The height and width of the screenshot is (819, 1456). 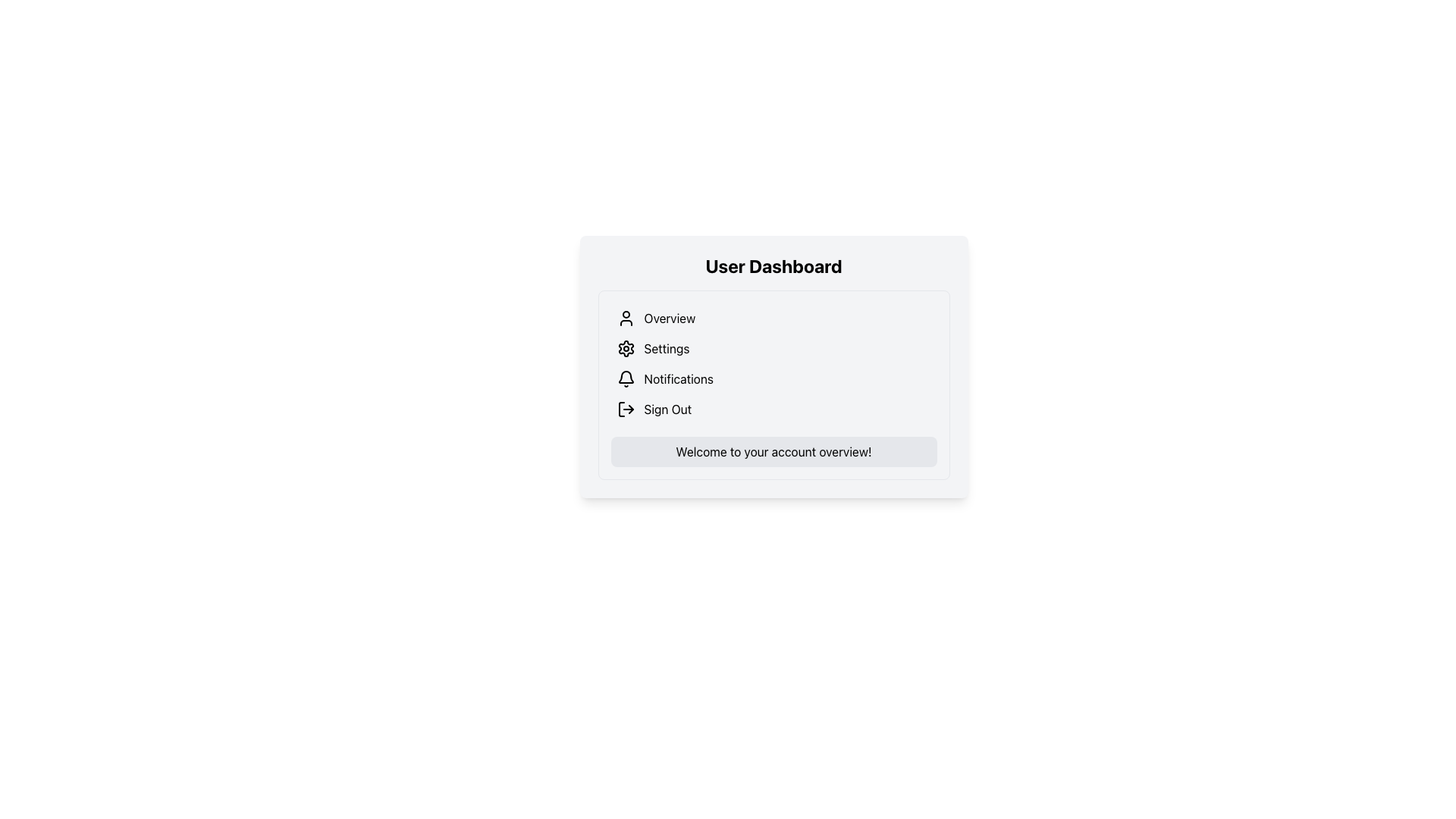 What do you see at coordinates (773, 451) in the screenshot?
I see `static text that welcomes the user and introduces the account overview section, located at the bottom of the 'User Dashboard' panel` at bounding box center [773, 451].